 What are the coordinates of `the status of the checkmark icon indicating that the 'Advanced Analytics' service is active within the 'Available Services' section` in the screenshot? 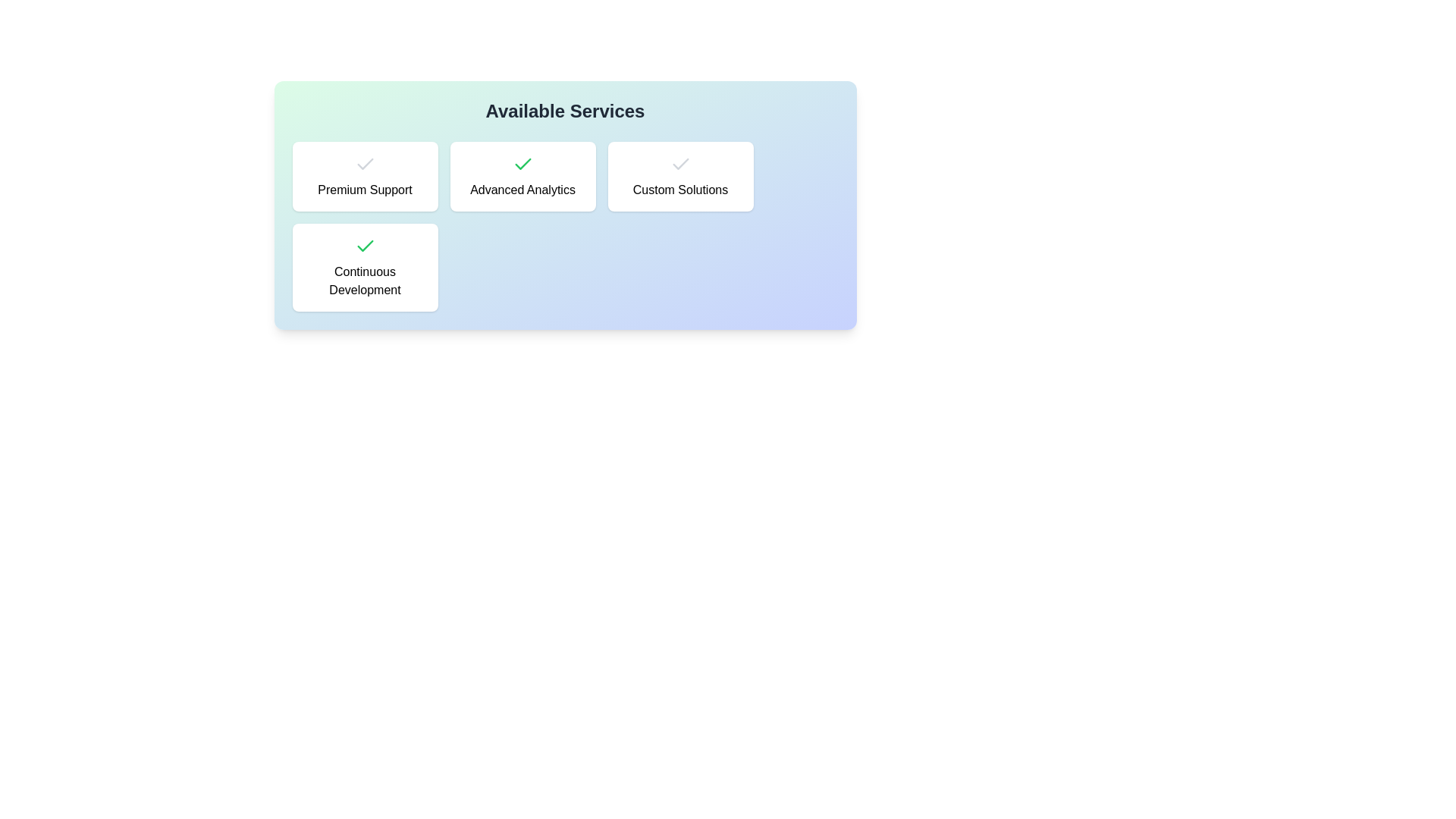 It's located at (679, 164).